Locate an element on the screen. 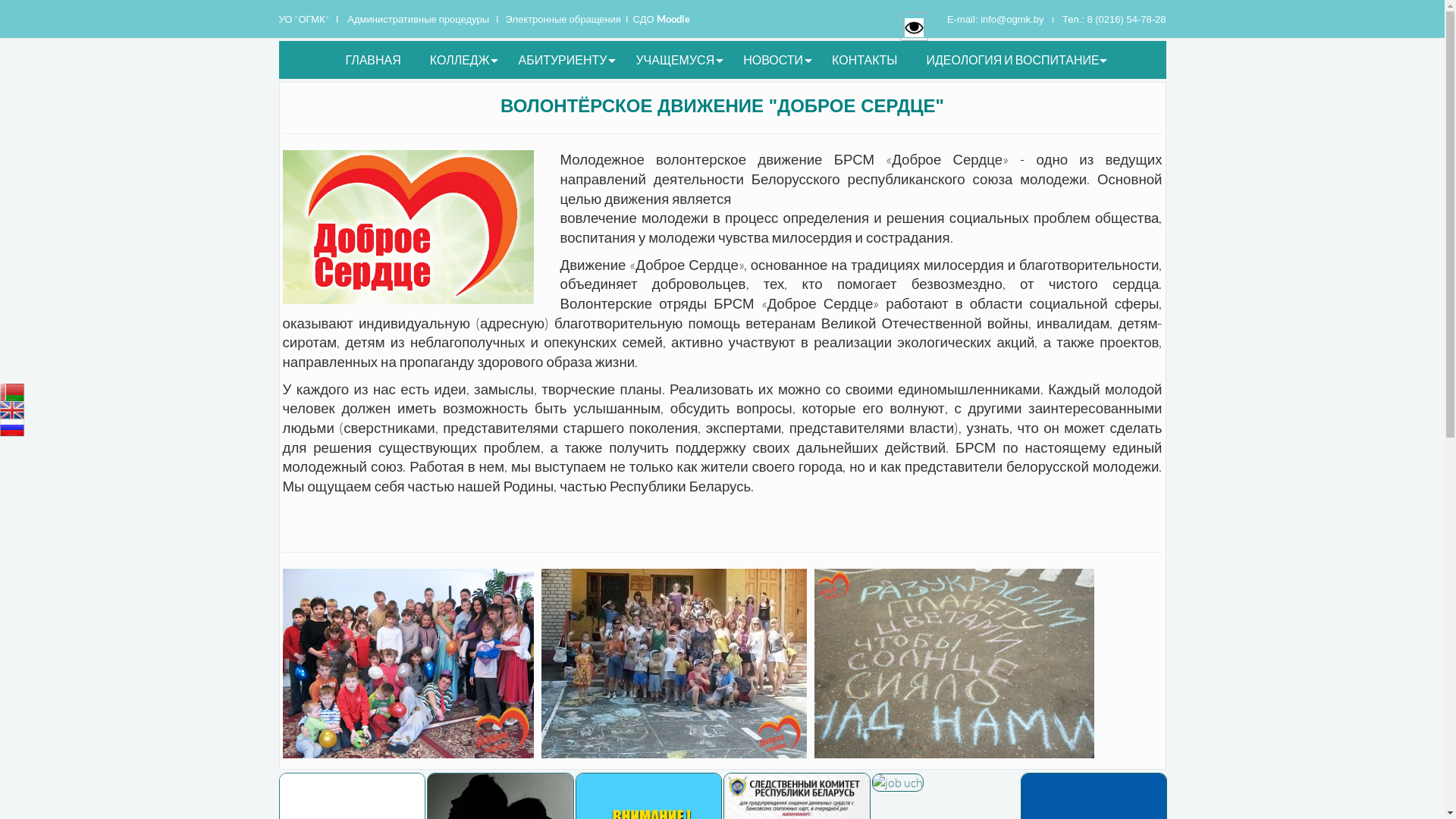 The image size is (1456, 819). 'Russian' is located at coordinates (0, 428).